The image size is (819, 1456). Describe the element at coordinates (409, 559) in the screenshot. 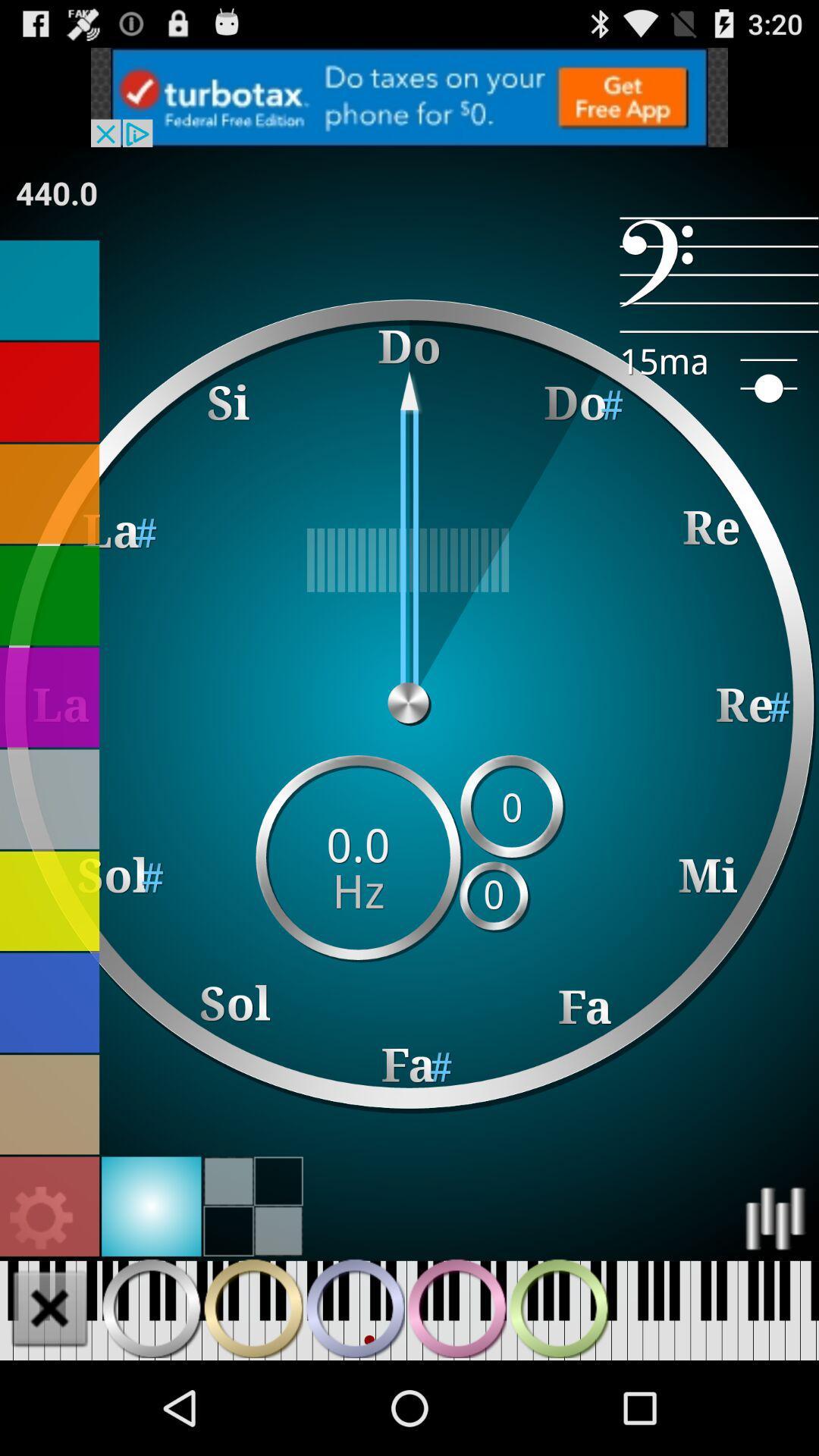

I see `the app below c a r item` at that location.